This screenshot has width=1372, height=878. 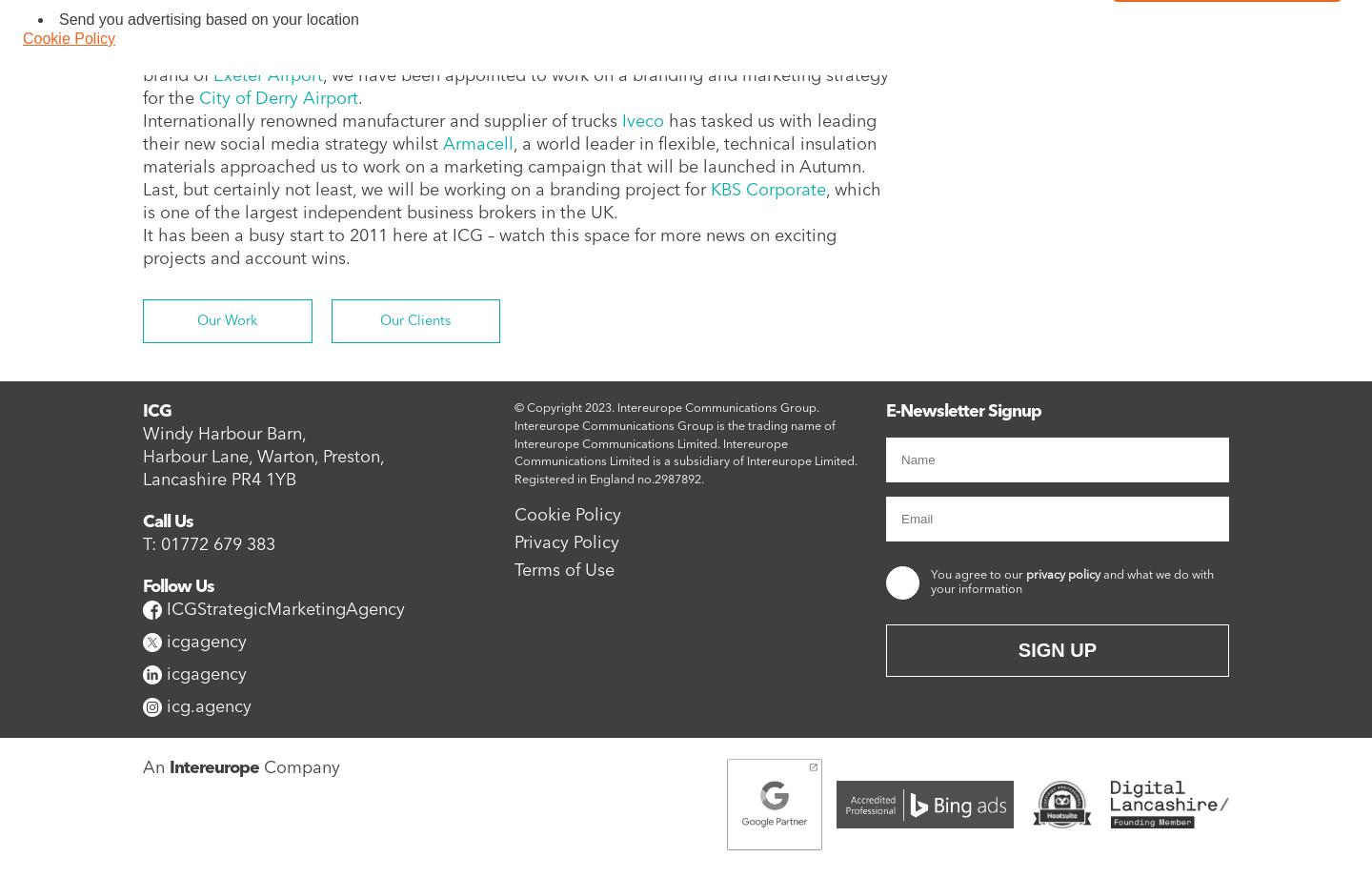 I want to click on 'privacy policy', so click(x=1062, y=574).